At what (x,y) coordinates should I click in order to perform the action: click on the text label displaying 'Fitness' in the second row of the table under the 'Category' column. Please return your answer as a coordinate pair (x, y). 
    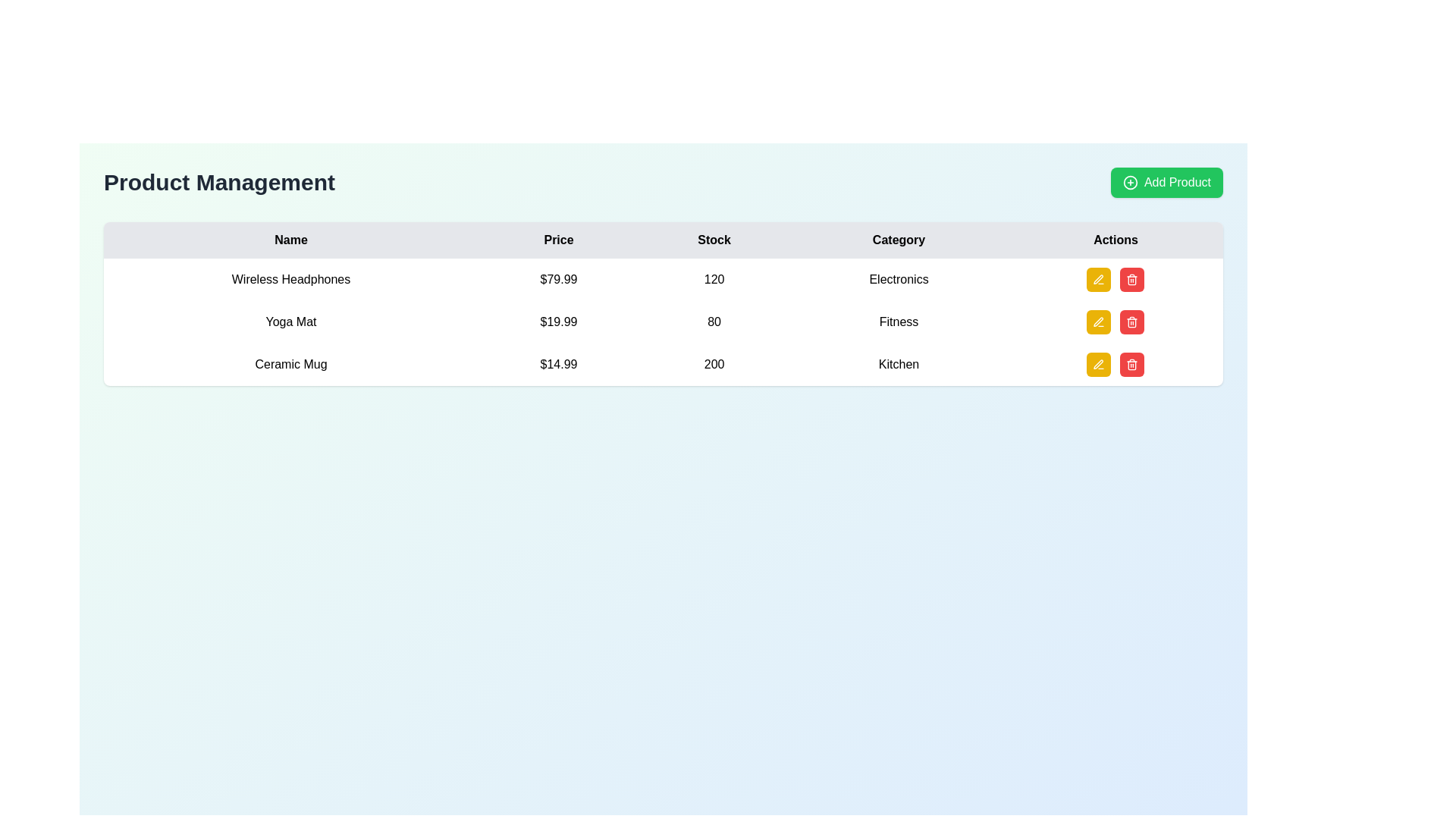
    Looking at the image, I should click on (899, 321).